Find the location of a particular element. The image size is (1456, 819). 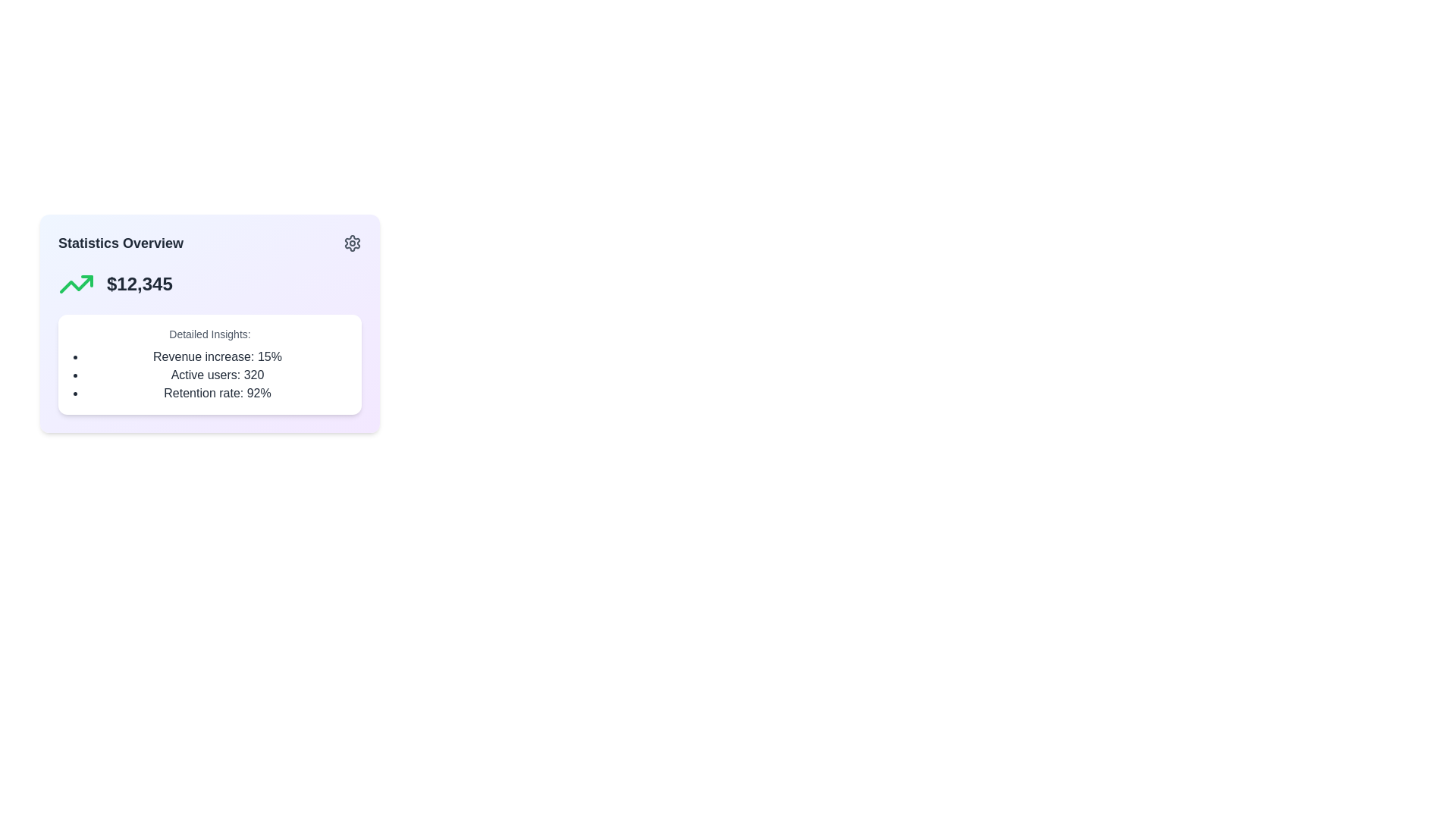

the left component of the gear icon's SVG paths located in the top-right corner of the 'Statistics Overview' card is located at coordinates (352, 242).